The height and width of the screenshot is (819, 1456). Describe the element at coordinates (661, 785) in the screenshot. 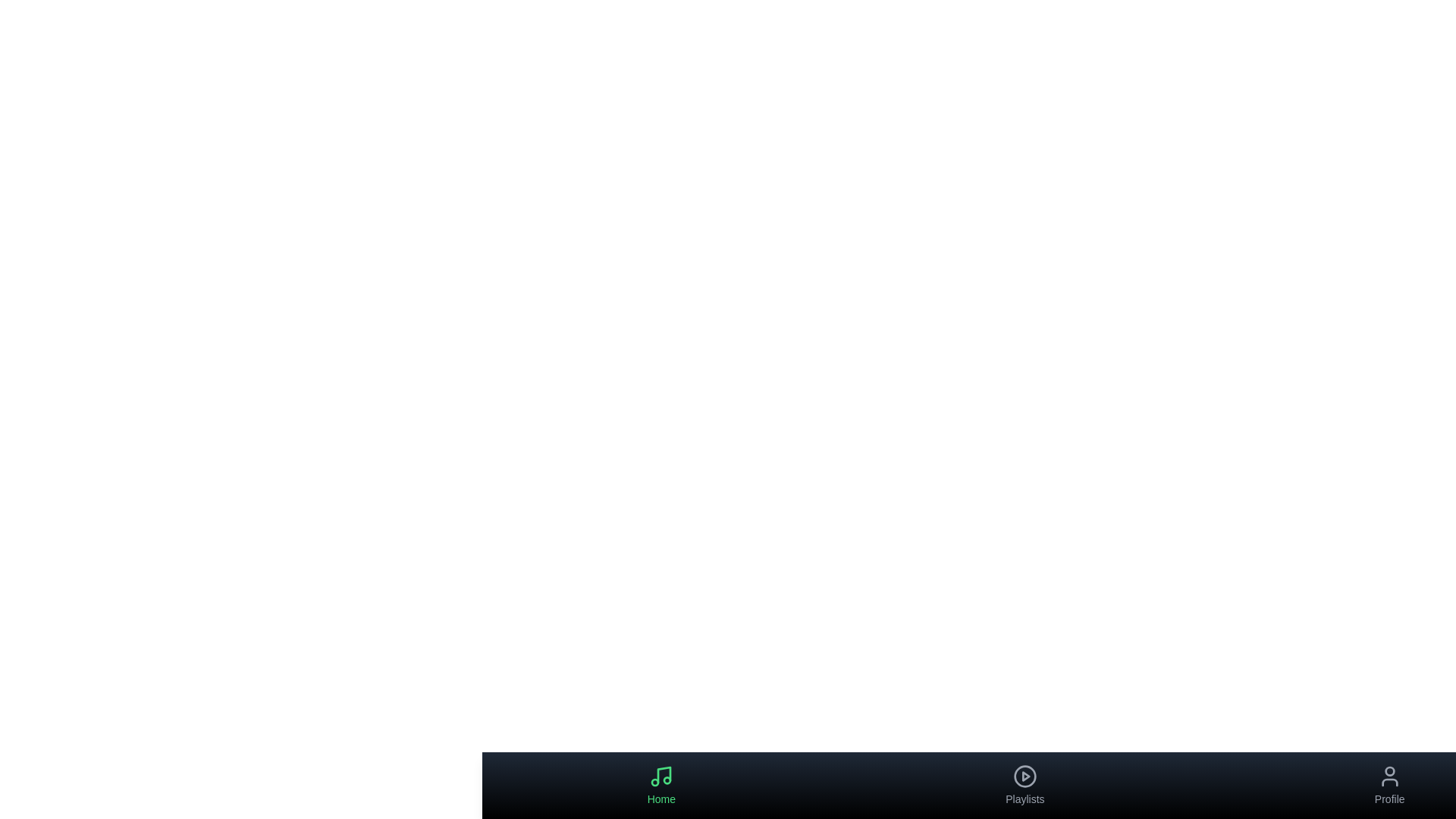

I see `the Home tab to navigate to its section` at that location.